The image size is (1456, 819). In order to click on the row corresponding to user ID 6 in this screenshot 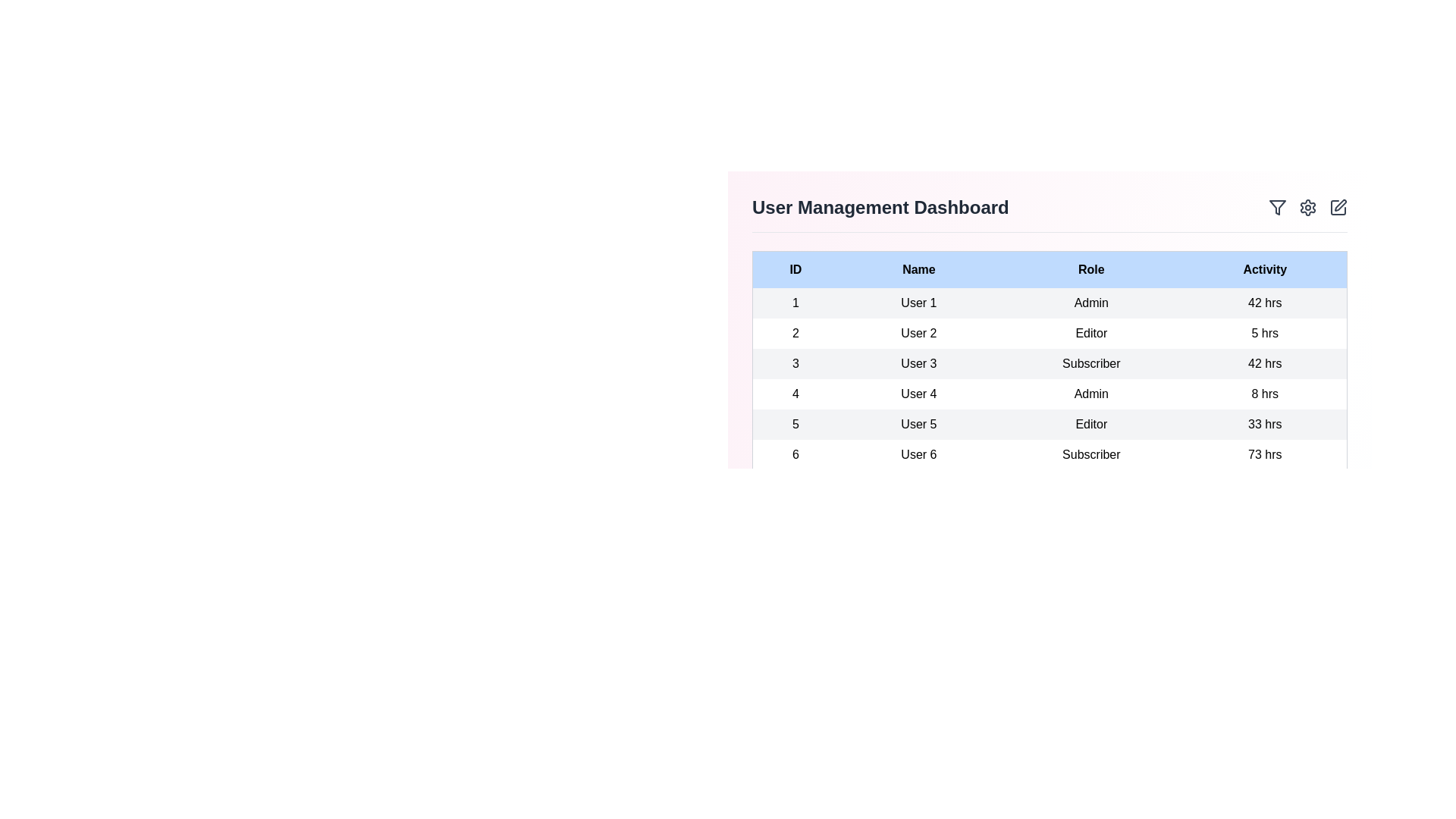, I will do `click(1049, 454)`.